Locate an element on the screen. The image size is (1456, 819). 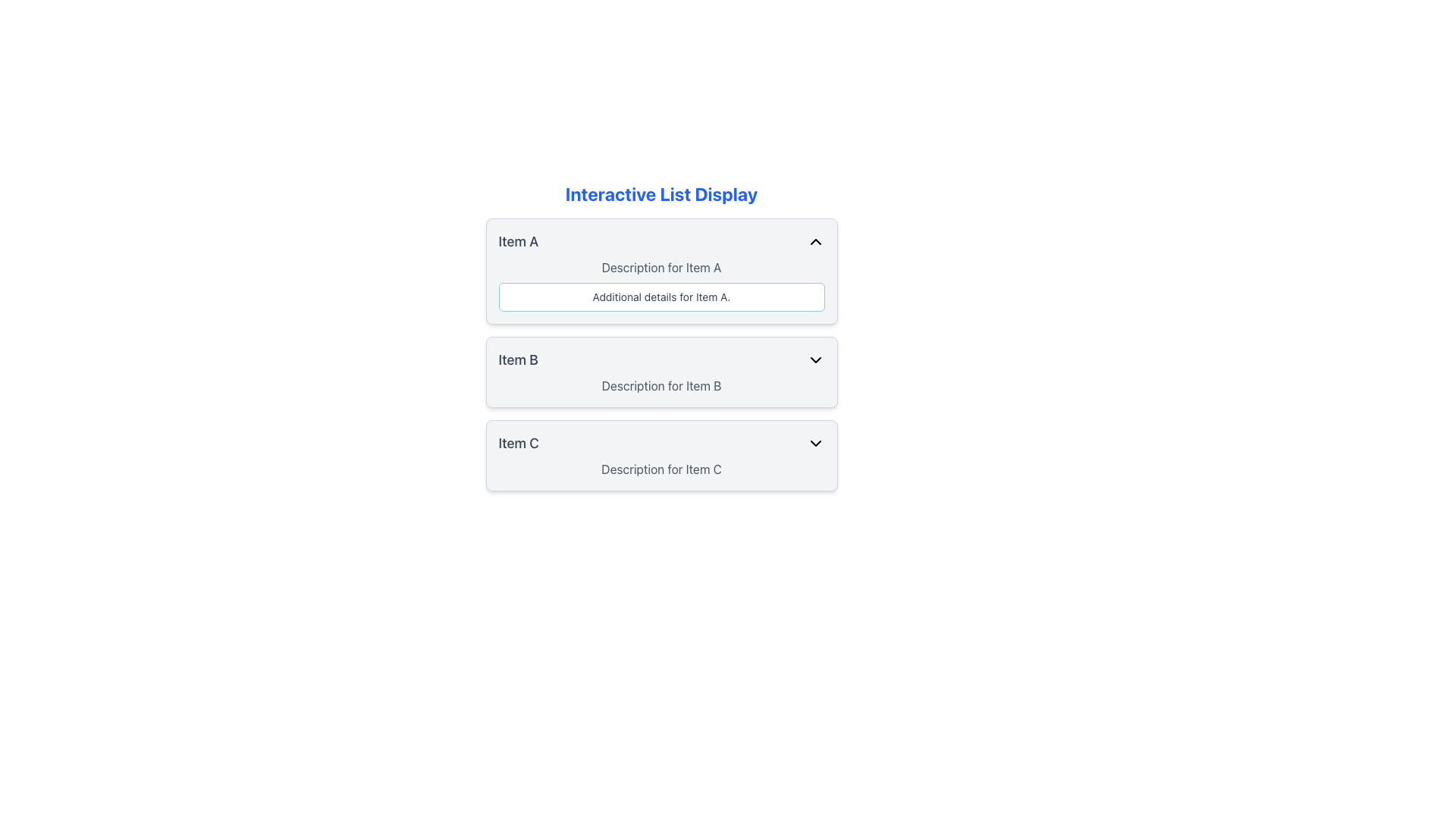
the upward-pointing chevron icon button located to the right of 'Item A' is located at coordinates (814, 241).